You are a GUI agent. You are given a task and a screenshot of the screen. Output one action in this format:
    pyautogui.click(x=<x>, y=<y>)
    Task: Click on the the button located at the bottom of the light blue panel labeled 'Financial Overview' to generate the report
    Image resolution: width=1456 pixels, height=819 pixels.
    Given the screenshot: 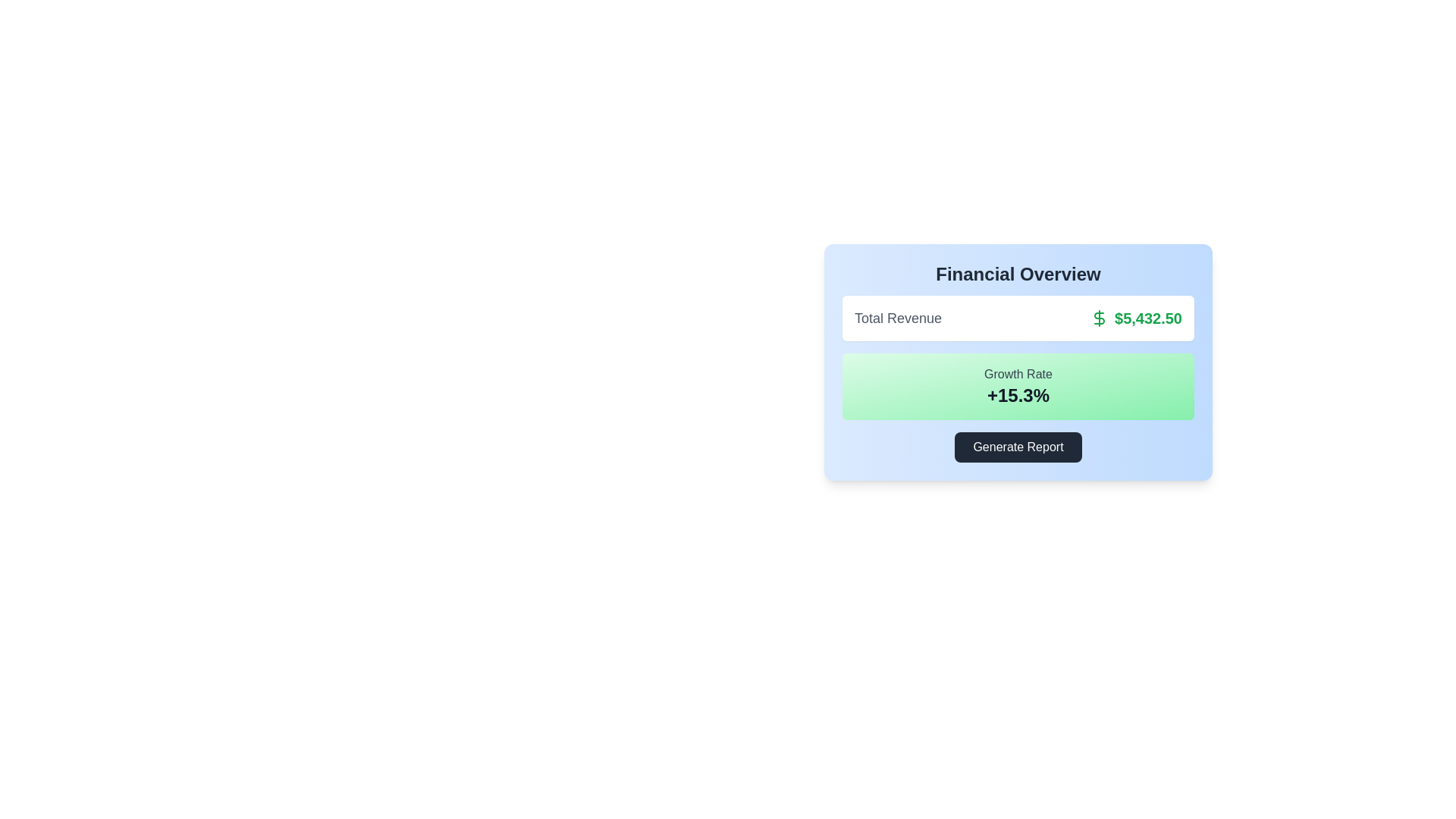 What is the action you would take?
    pyautogui.click(x=1018, y=447)
    